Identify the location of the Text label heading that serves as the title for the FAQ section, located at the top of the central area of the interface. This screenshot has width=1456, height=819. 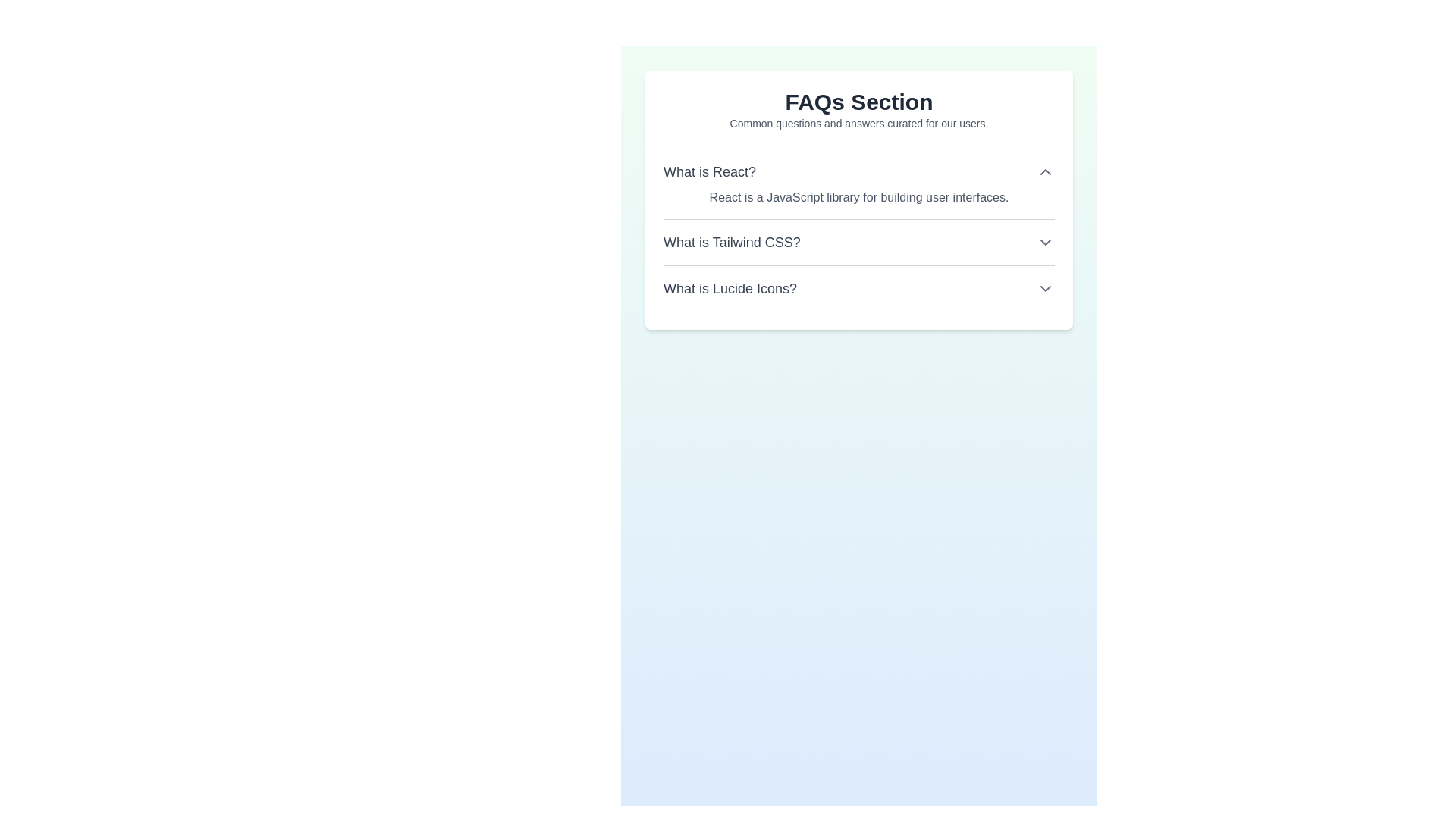
(858, 102).